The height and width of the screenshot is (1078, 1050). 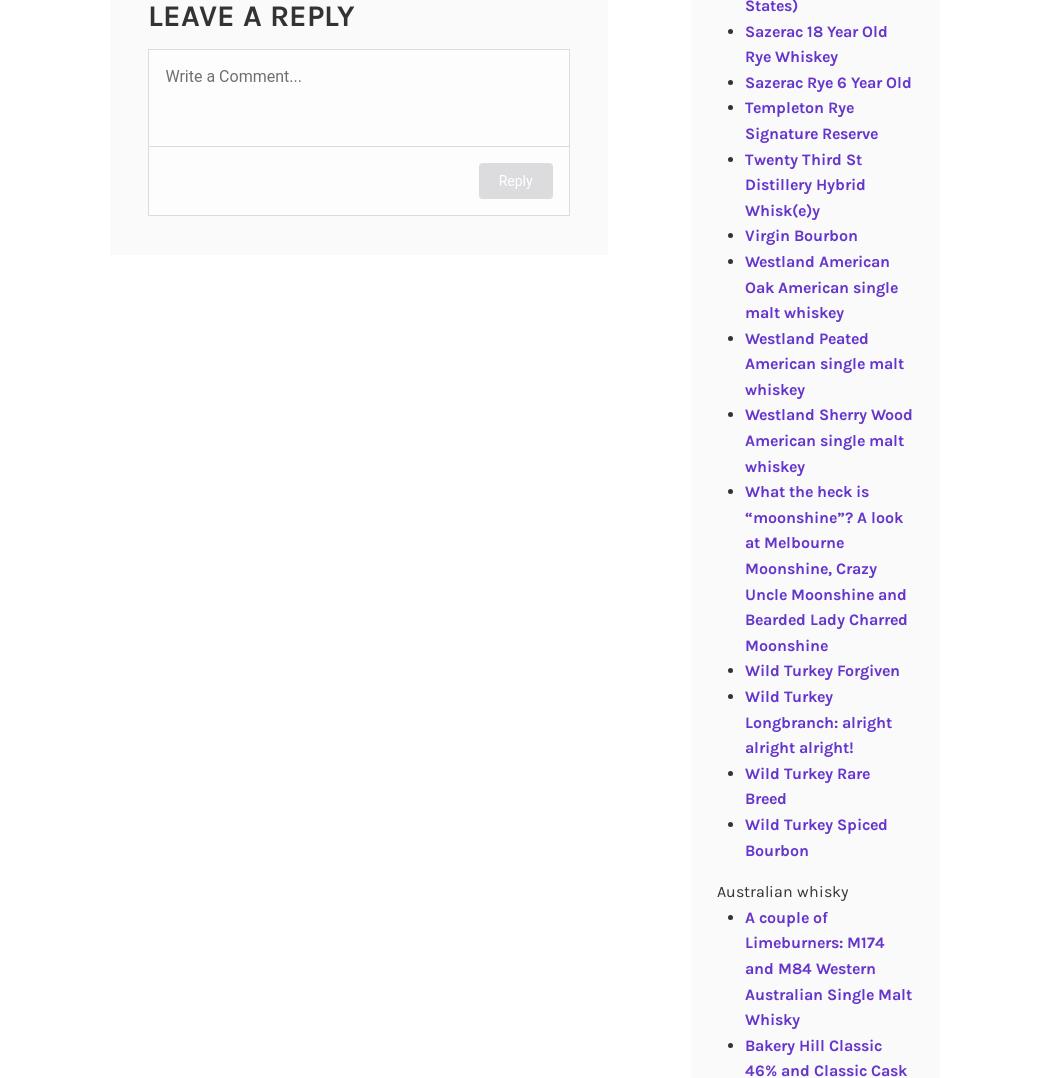 What do you see at coordinates (803, 183) in the screenshot?
I see `'Twenty Third St Distillery Hybrid Whisk(e)y'` at bounding box center [803, 183].